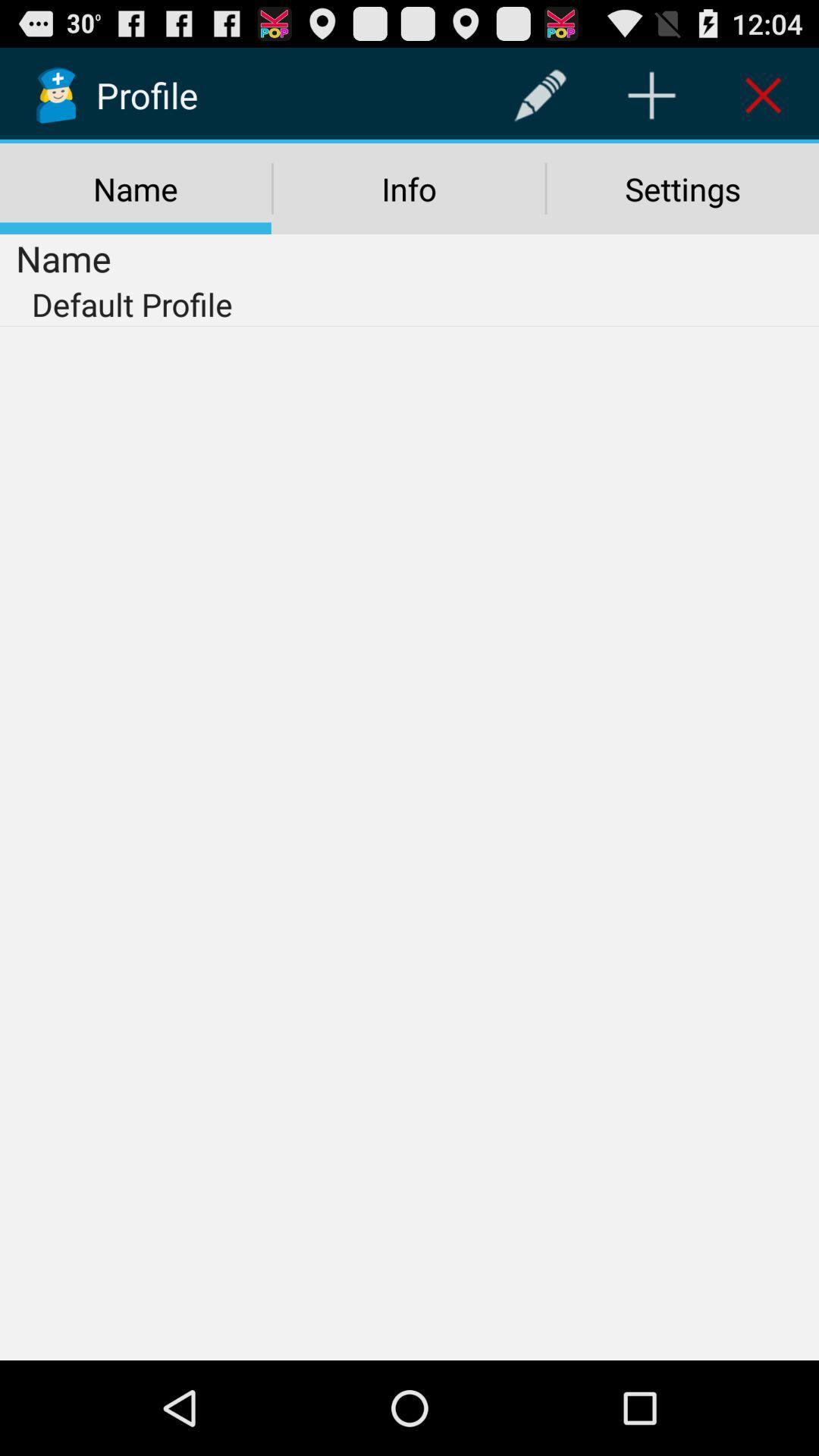 Image resolution: width=819 pixels, height=1456 pixels. Describe the element at coordinates (408, 188) in the screenshot. I see `item next to name item` at that location.